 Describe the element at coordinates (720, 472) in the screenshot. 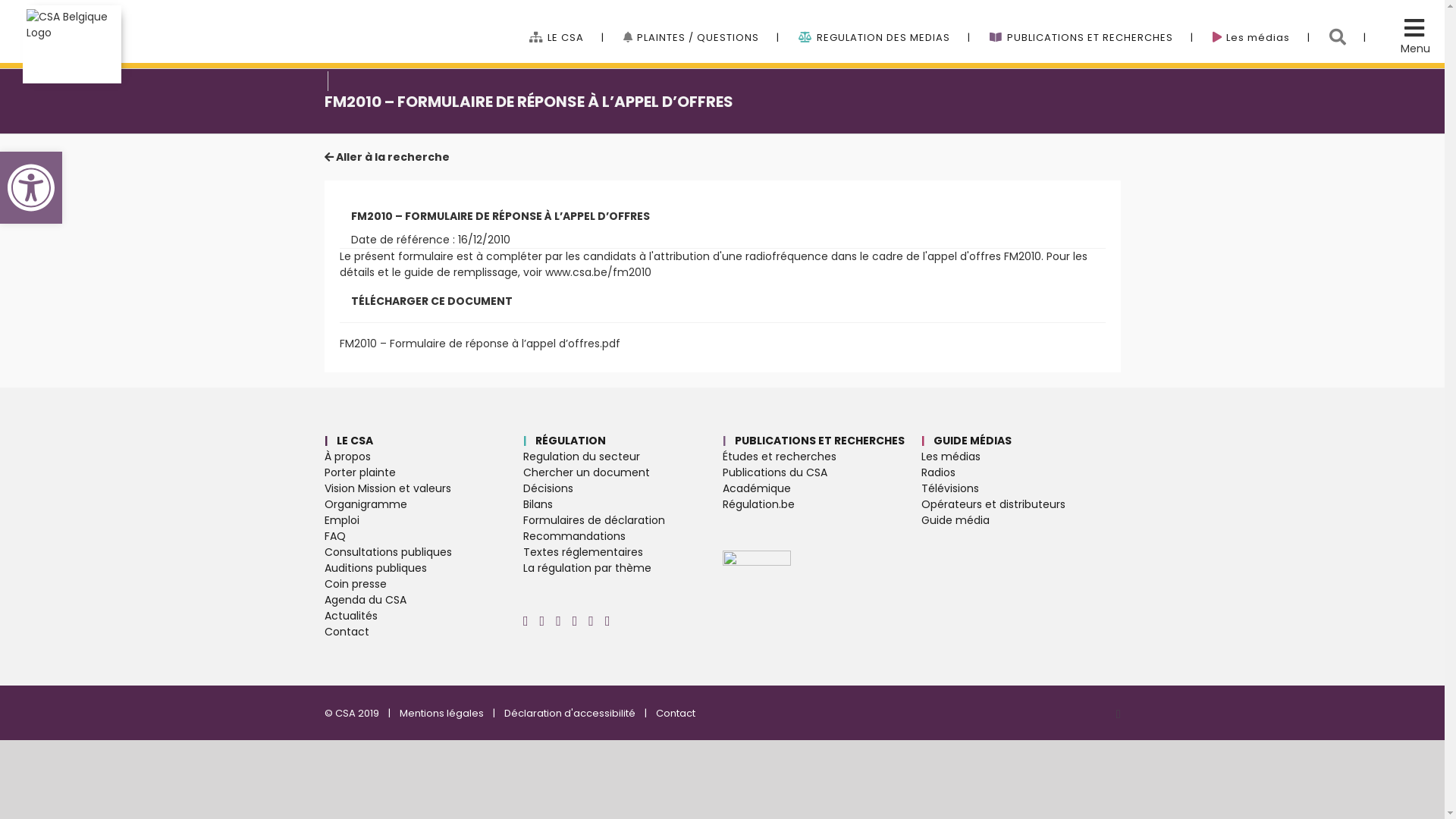

I see `'Publications du CSA'` at that location.